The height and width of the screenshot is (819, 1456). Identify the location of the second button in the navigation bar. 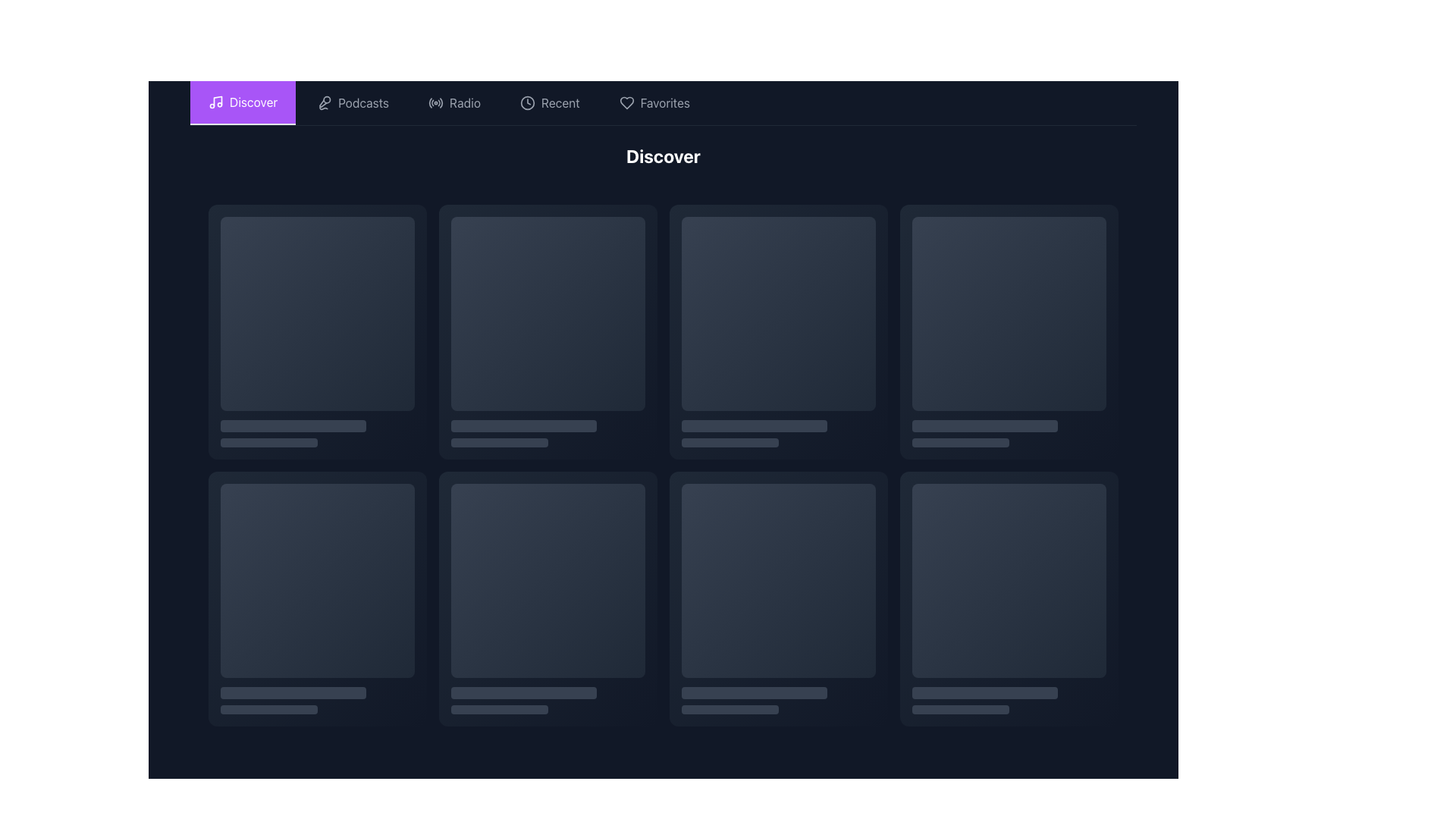
(352, 102).